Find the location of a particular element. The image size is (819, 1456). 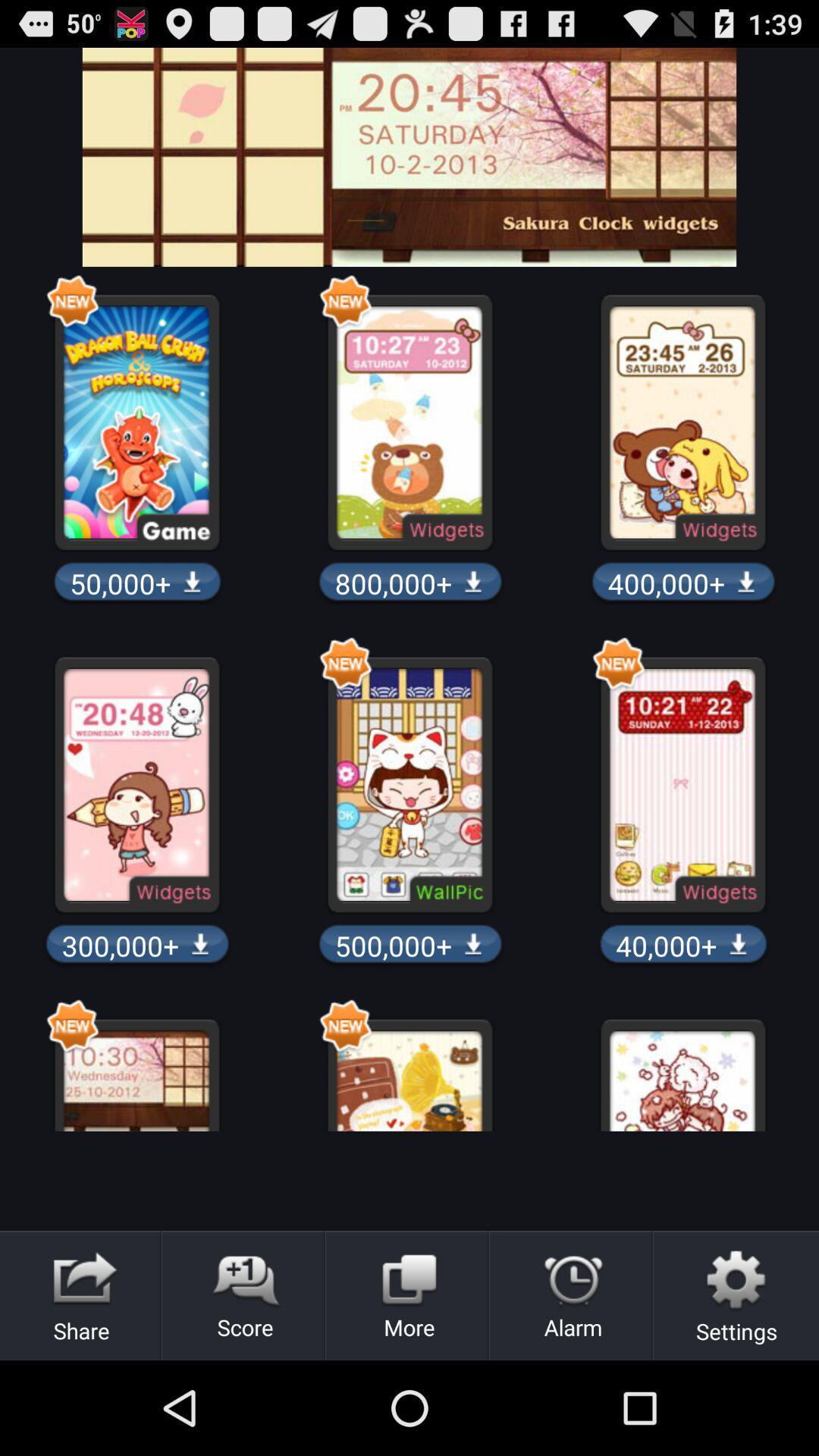

clock widget is located at coordinates (409, 157).